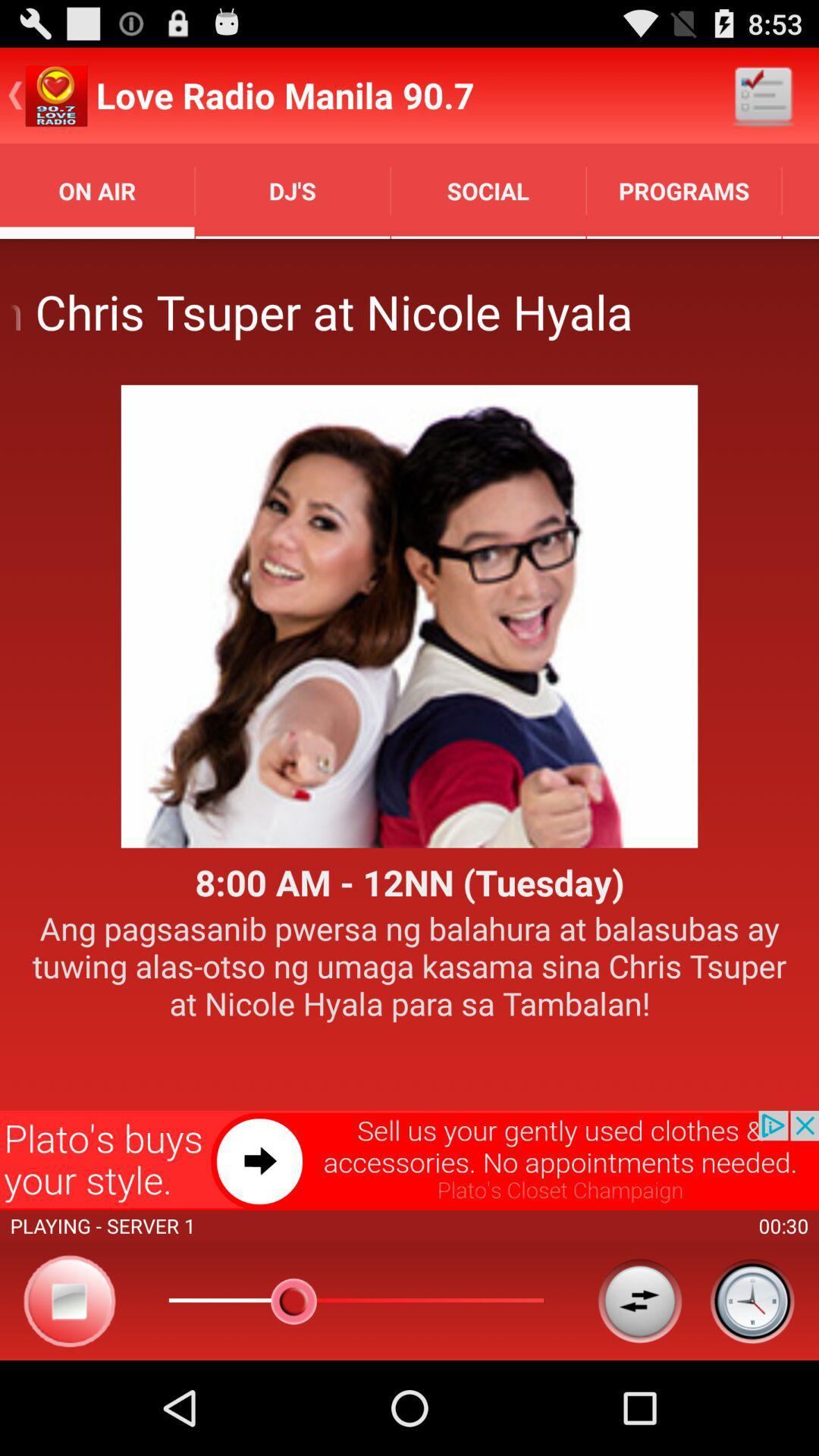 Image resolution: width=819 pixels, height=1456 pixels. I want to click on stop option, so click(69, 1300).